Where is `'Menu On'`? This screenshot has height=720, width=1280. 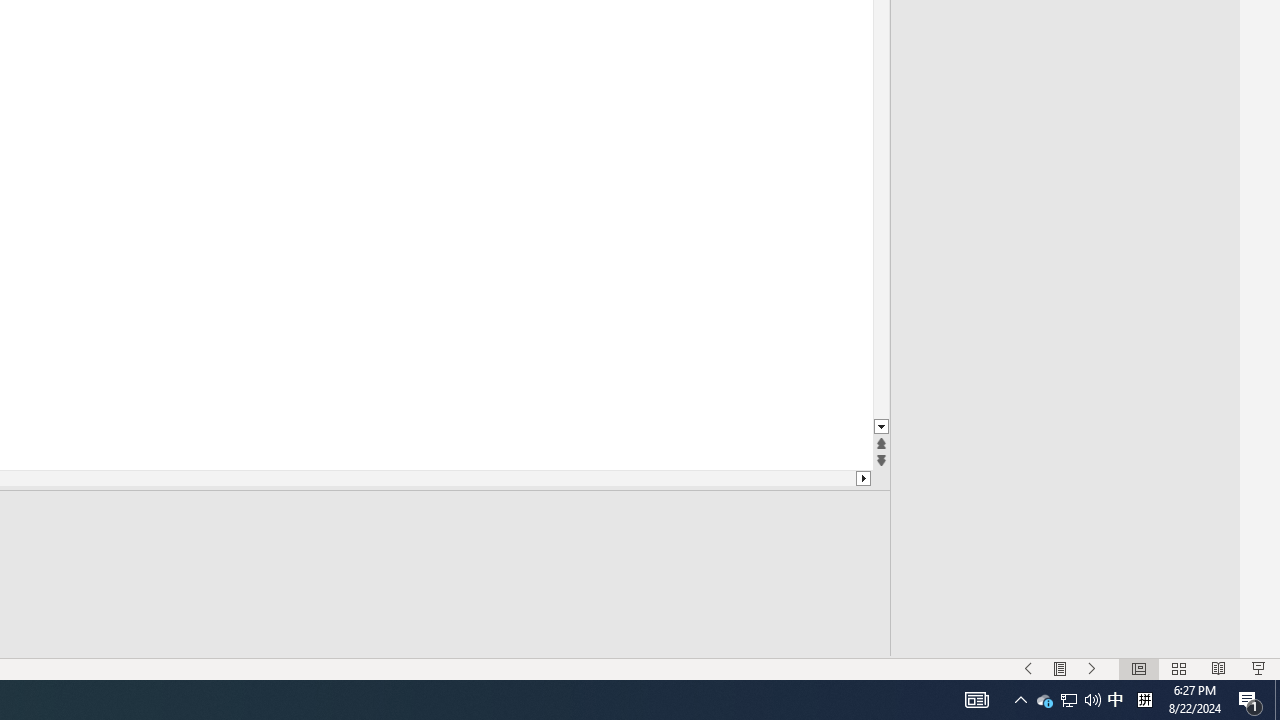 'Menu On' is located at coordinates (1059, 669).